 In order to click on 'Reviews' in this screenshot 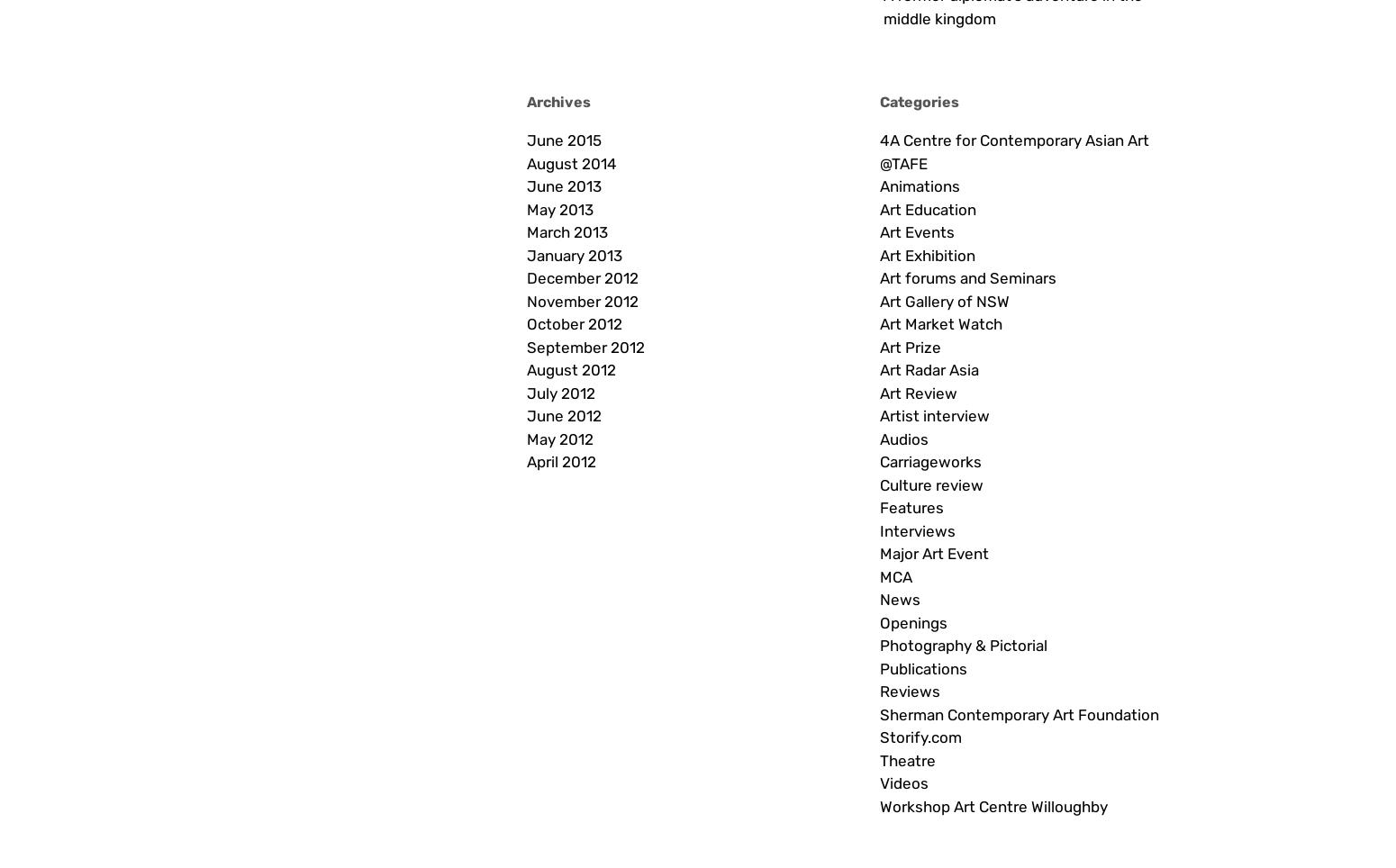, I will do `click(910, 692)`.